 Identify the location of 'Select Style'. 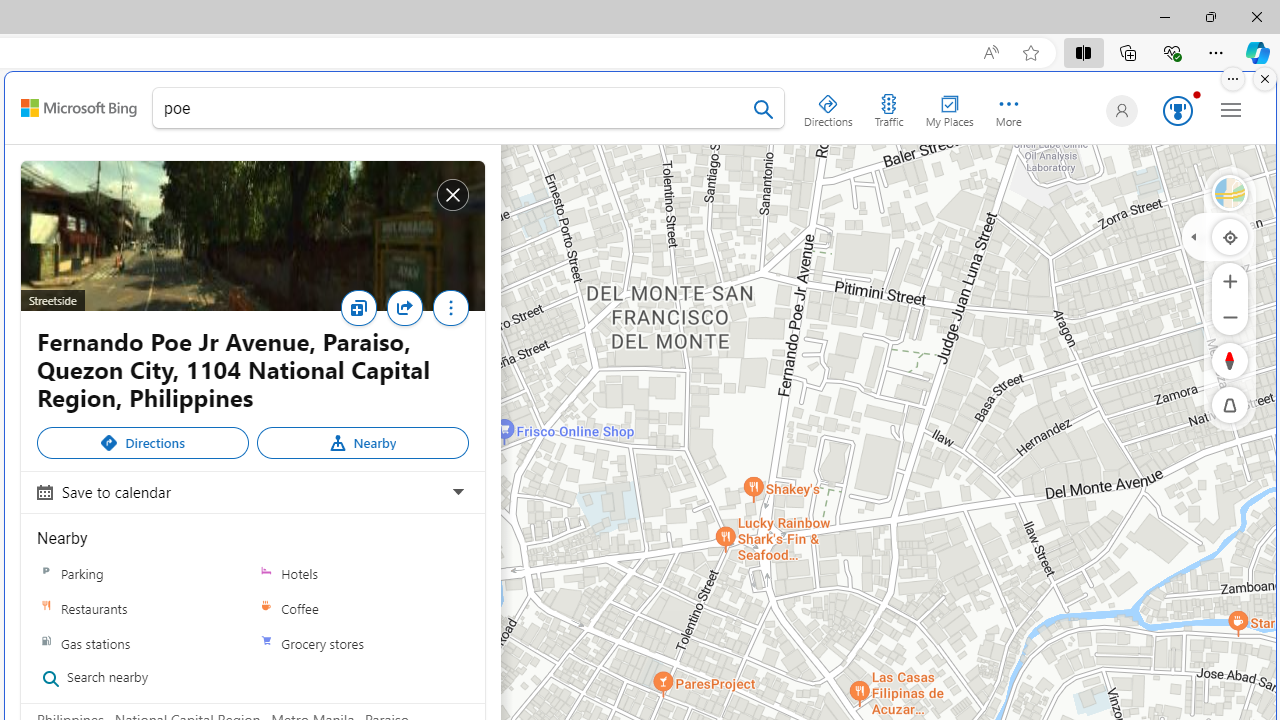
(1229, 192).